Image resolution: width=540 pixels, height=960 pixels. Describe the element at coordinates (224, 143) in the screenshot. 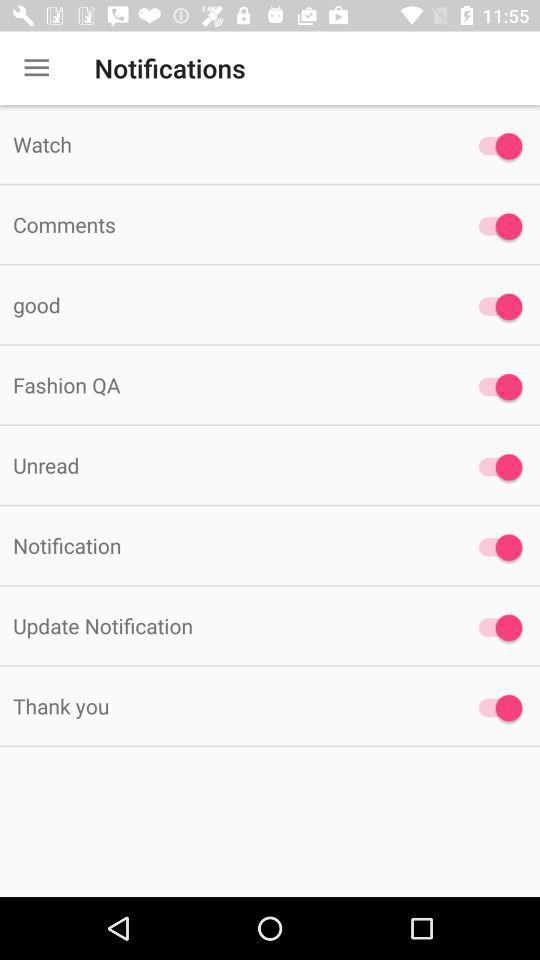

I see `icon above the comments` at that location.